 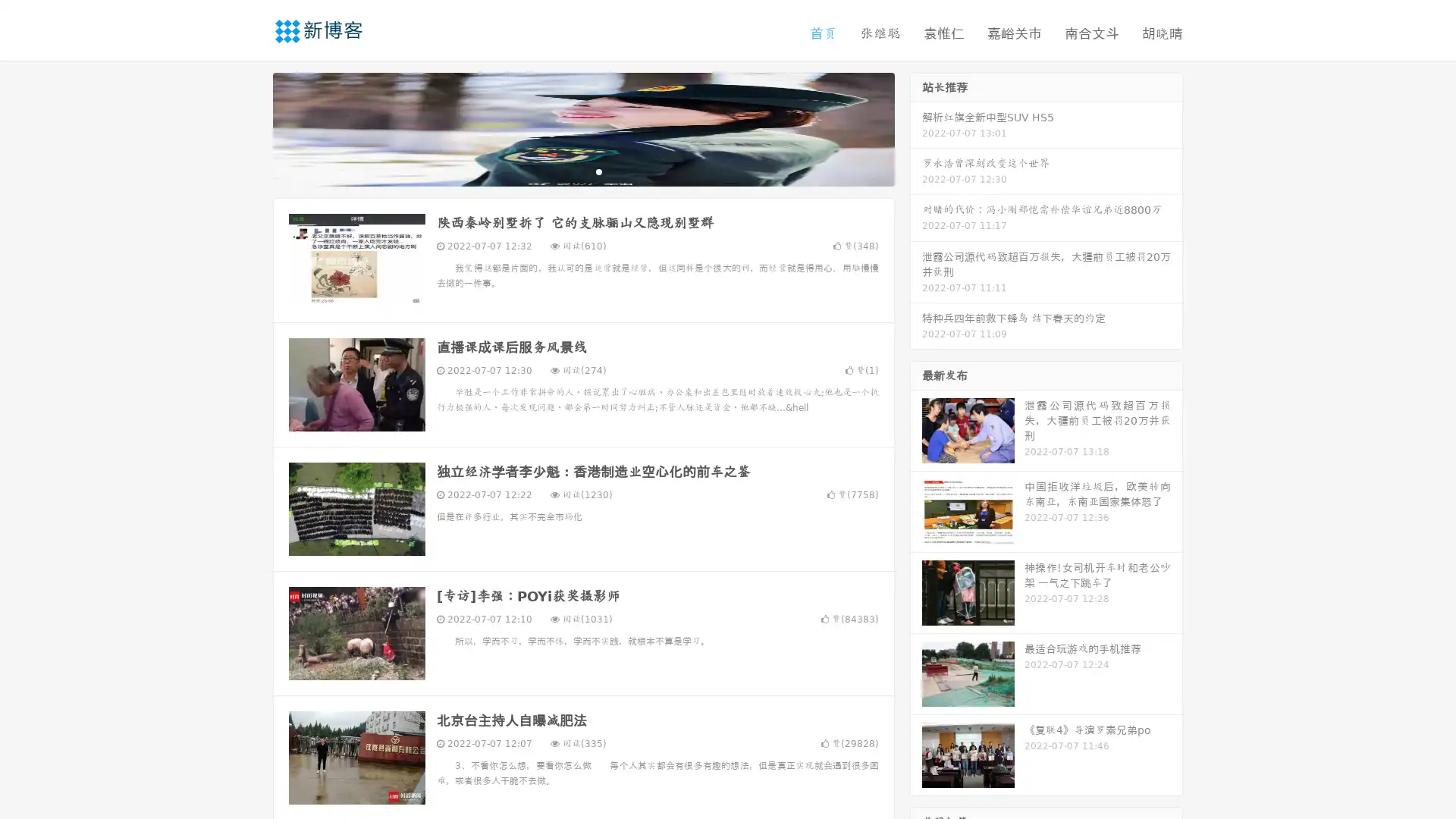 What do you see at coordinates (582, 171) in the screenshot?
I see `Go to slide 2` at bounding box center [582, 171].